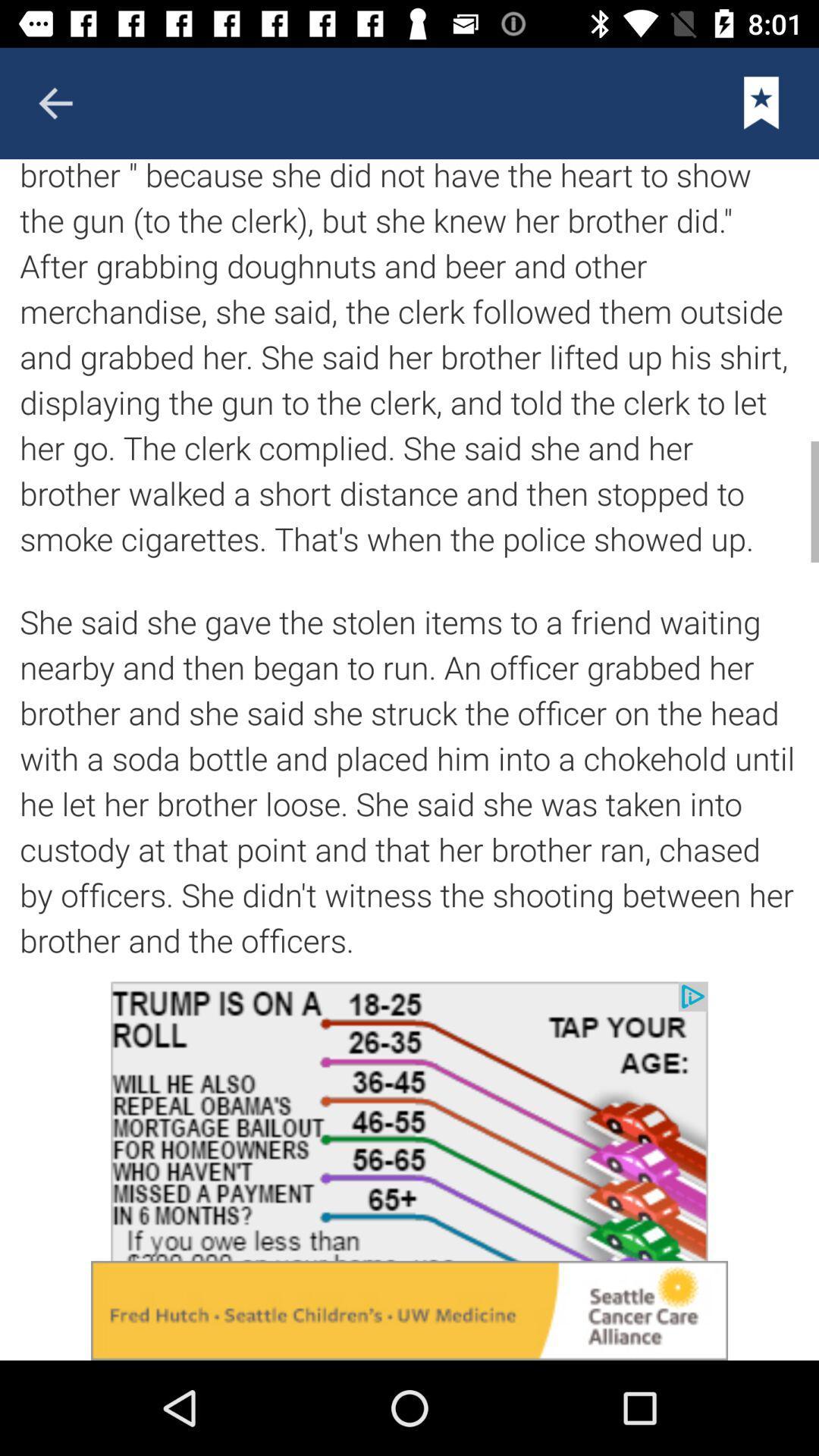 The height and width of the screenshot is (1456, 819). I want to click on previous, so click(55, 102).